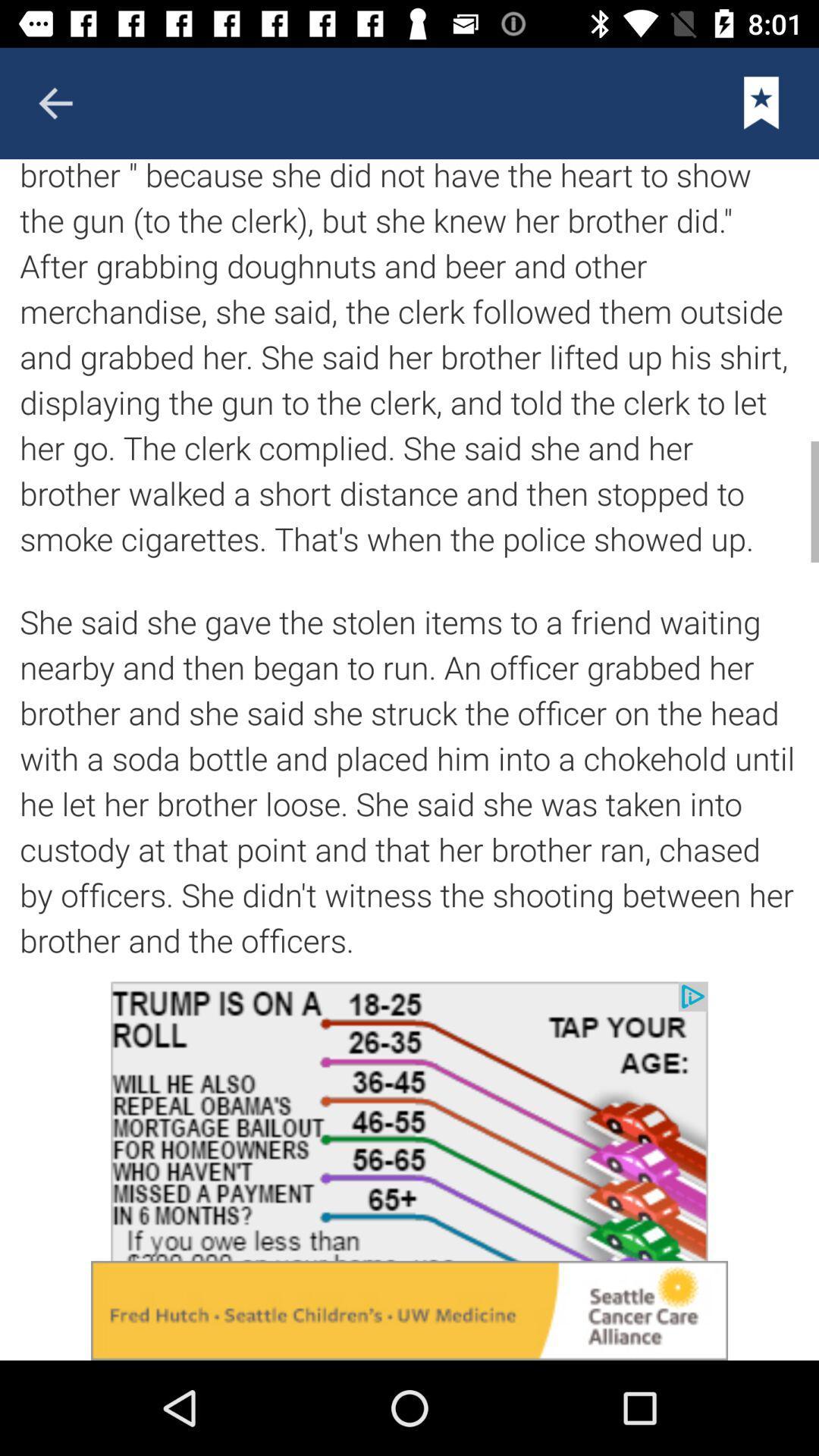 The height and width of the screenshot is (1456, 819). I want to click on previous, so click(55, 102).